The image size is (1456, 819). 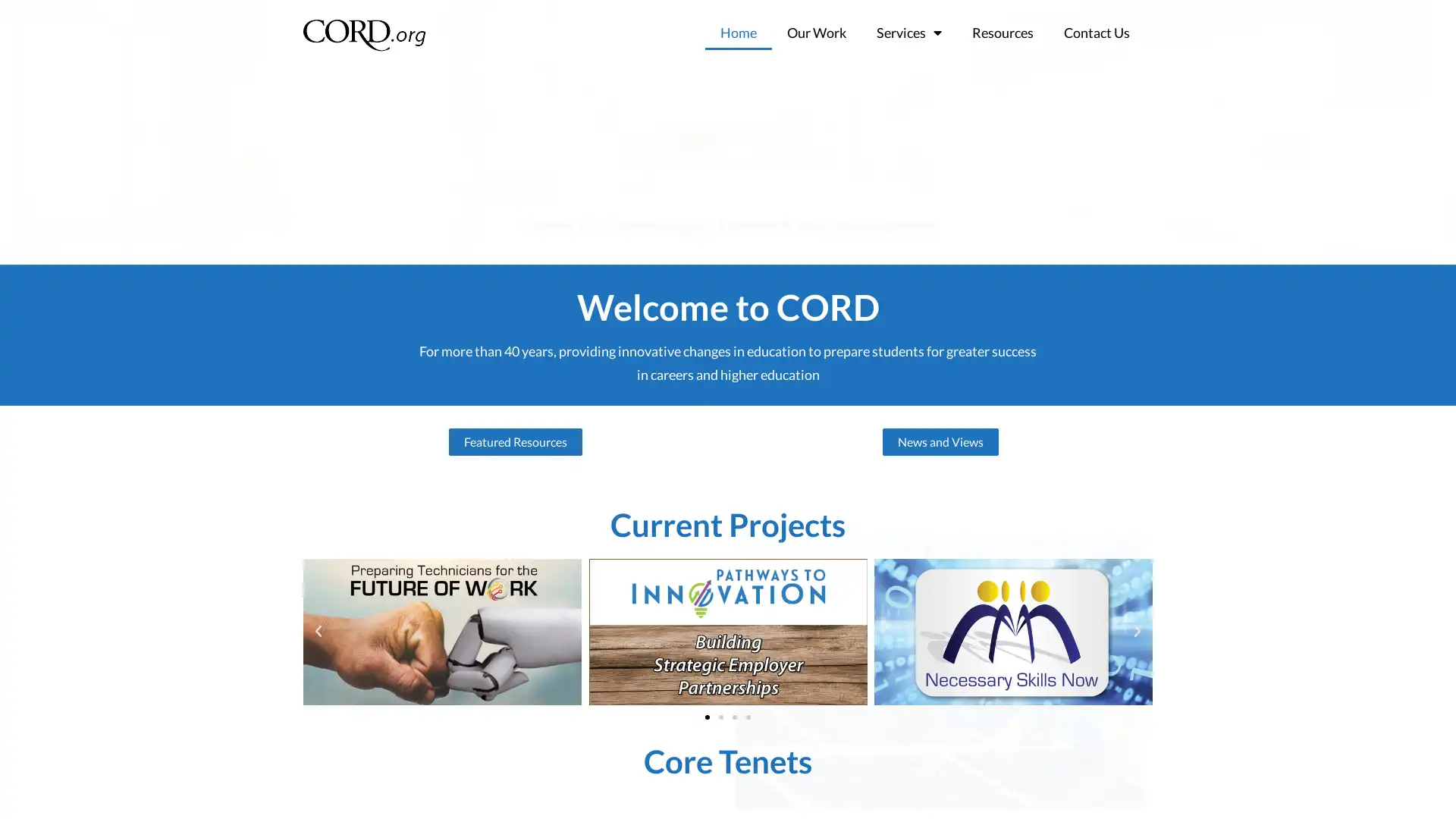 I want to click on Go to slide 3, so click(x=735, y=717).